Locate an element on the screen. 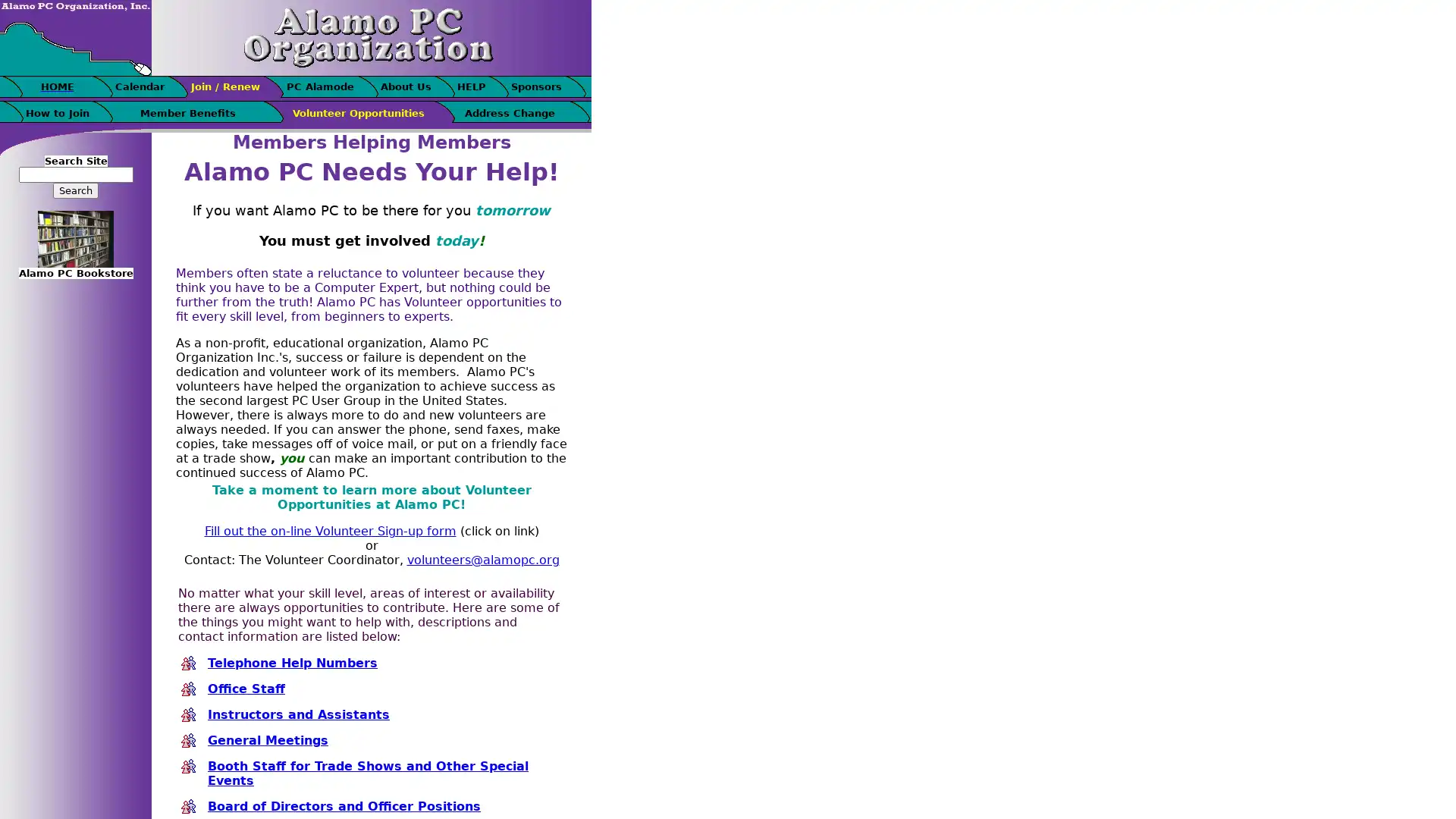 The height and width of the screenshot is (819, 1456). Search is located at coordinates (75, 190).